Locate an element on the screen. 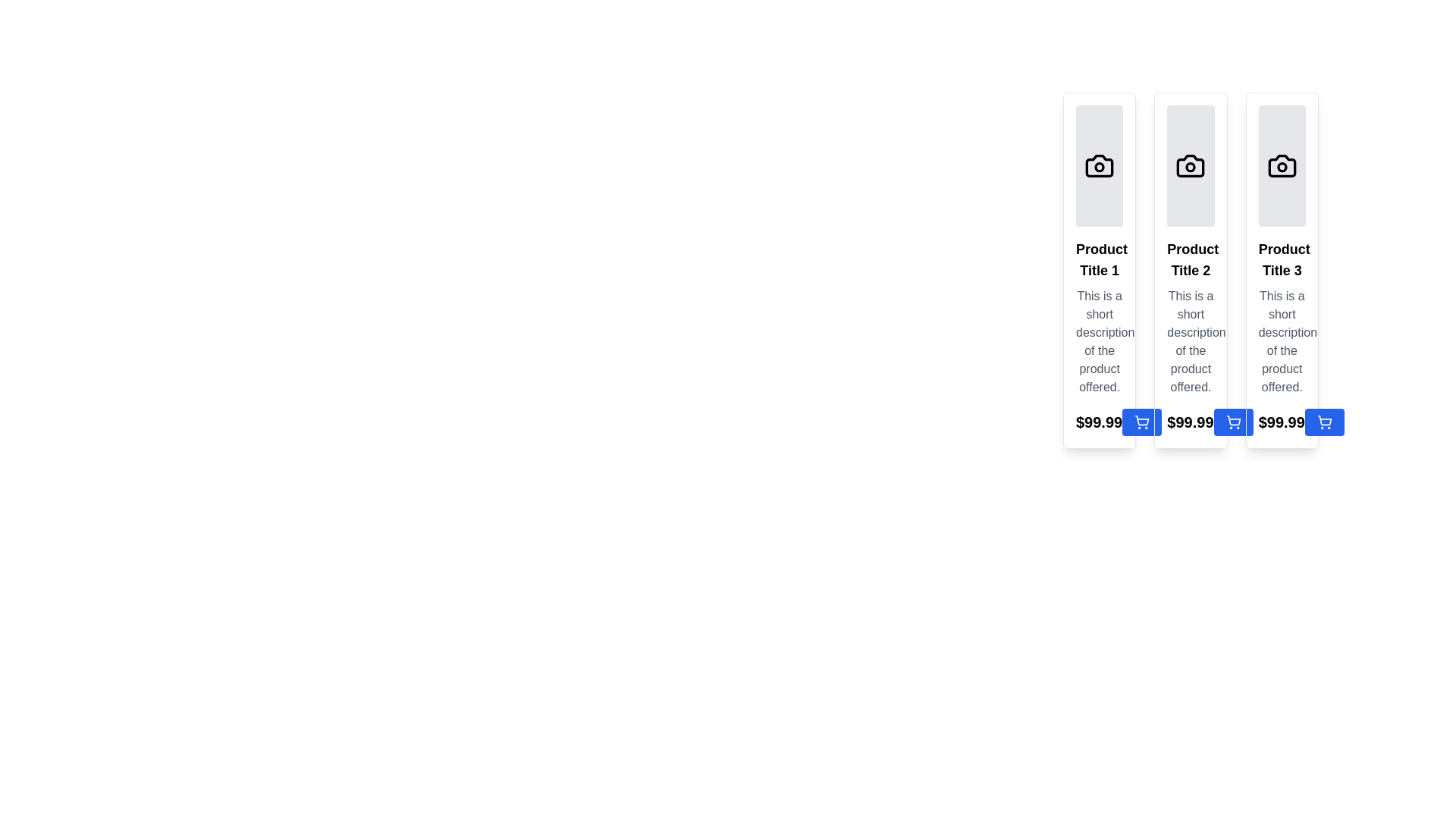  the first product card in the grid is located at coordinates (1100, 270).